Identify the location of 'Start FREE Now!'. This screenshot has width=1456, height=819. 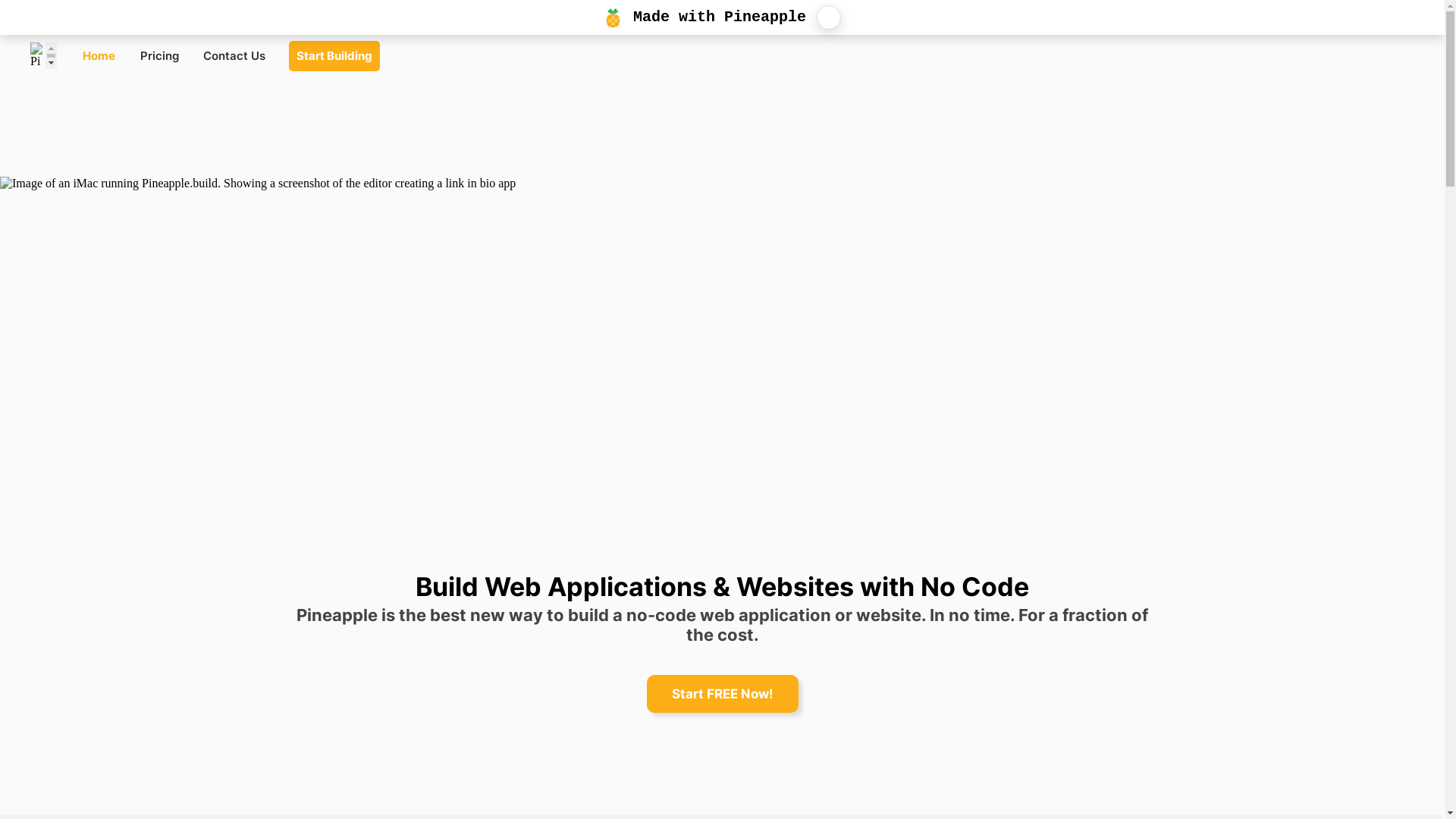
(720, 693).